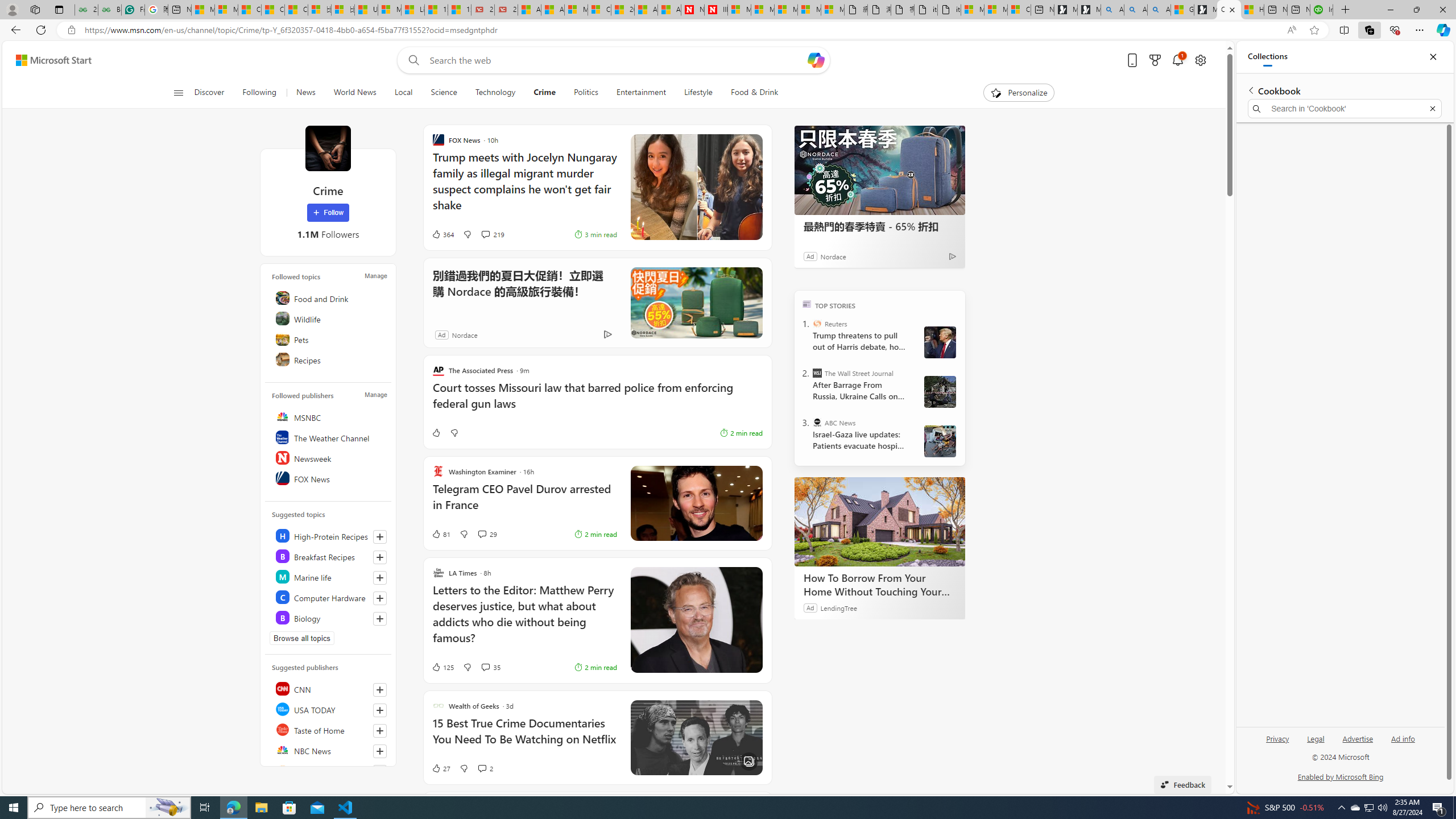  I want to click on 'View comments 35 Comment', so click(485, 666).